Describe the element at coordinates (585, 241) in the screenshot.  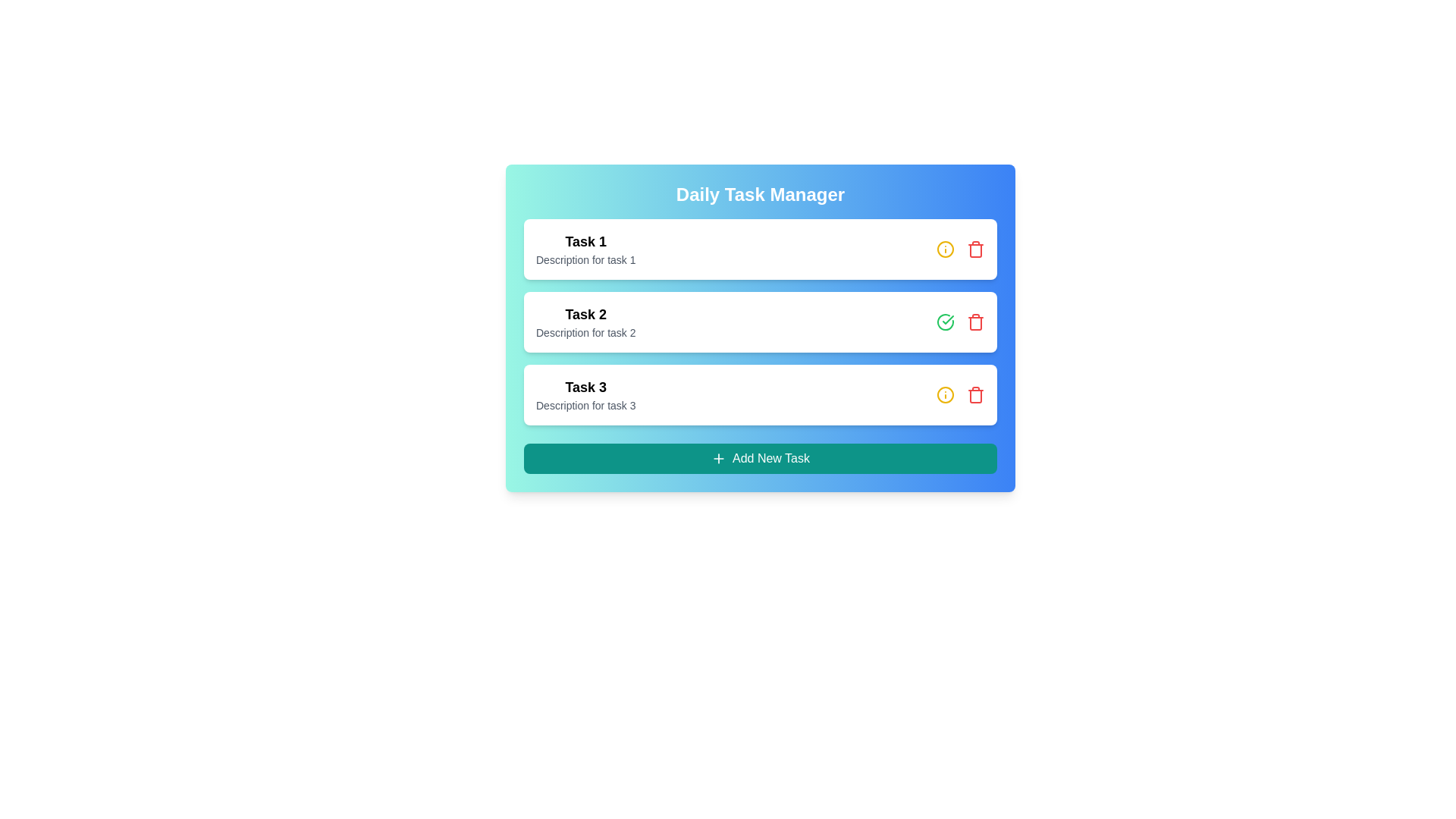
I see `the task title or description to enable editing` at that location.